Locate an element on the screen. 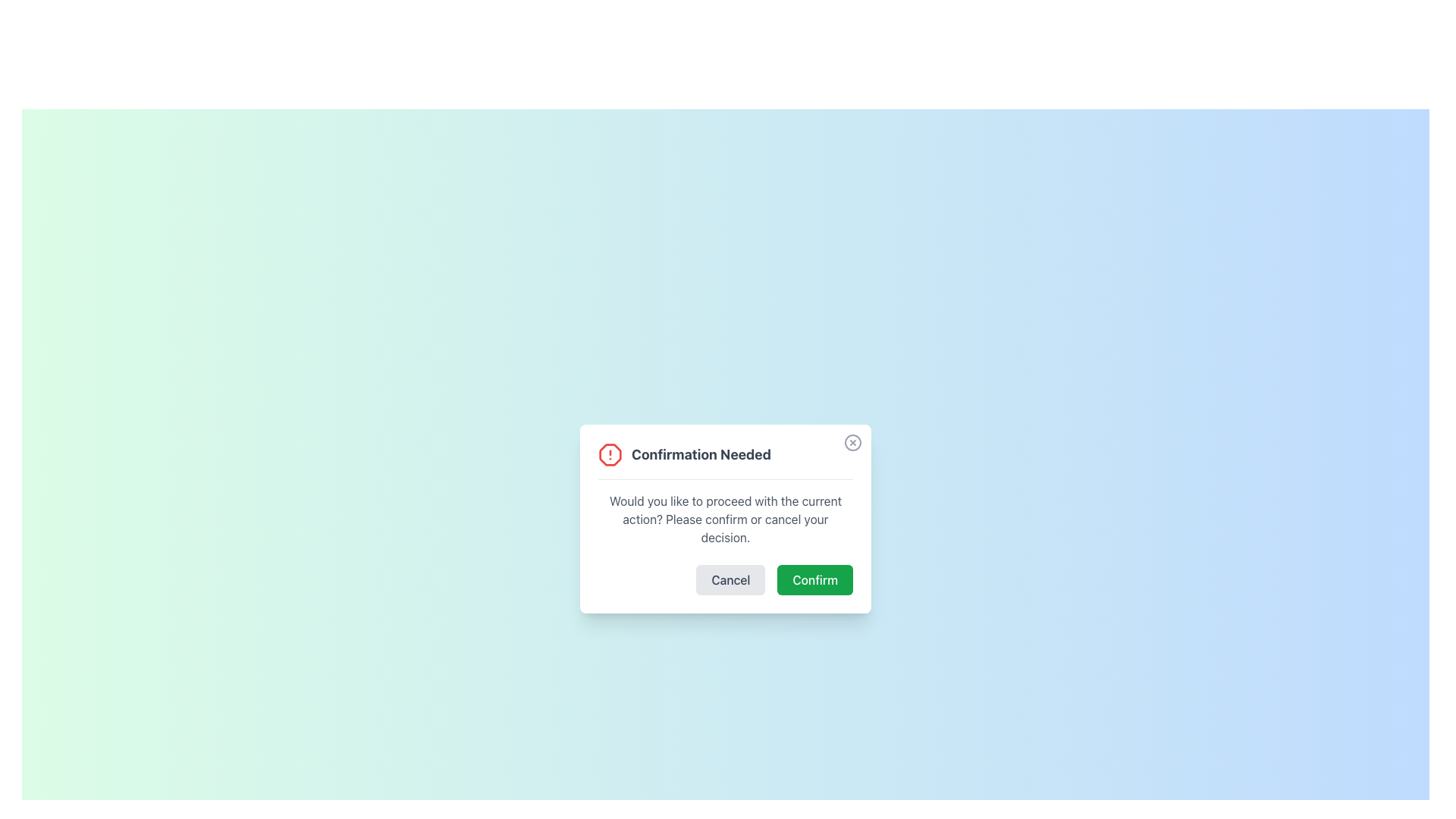 Image resolution: width=1456 pixels, height=819 pixels. the 'Confirmation Needed' text label, which is bold, large, and dark gray, positioned within a confirmation dialog immediately to the right of a red alert icon is located at coordinates (700, 453).